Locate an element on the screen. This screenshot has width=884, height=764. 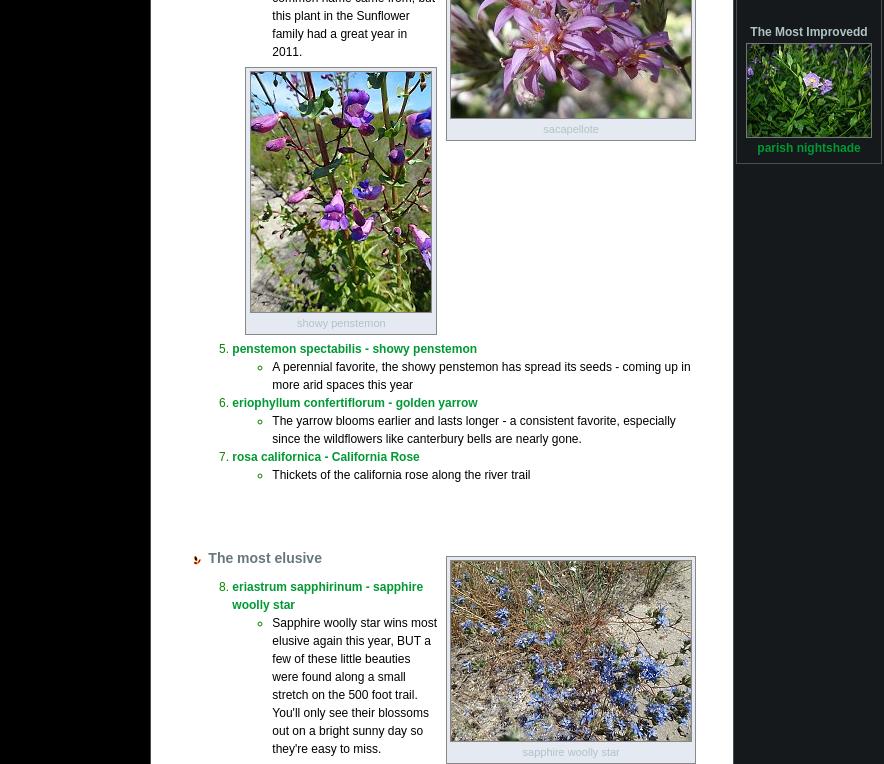
'sapphire woolly star' is located at coordinates (522, 751).